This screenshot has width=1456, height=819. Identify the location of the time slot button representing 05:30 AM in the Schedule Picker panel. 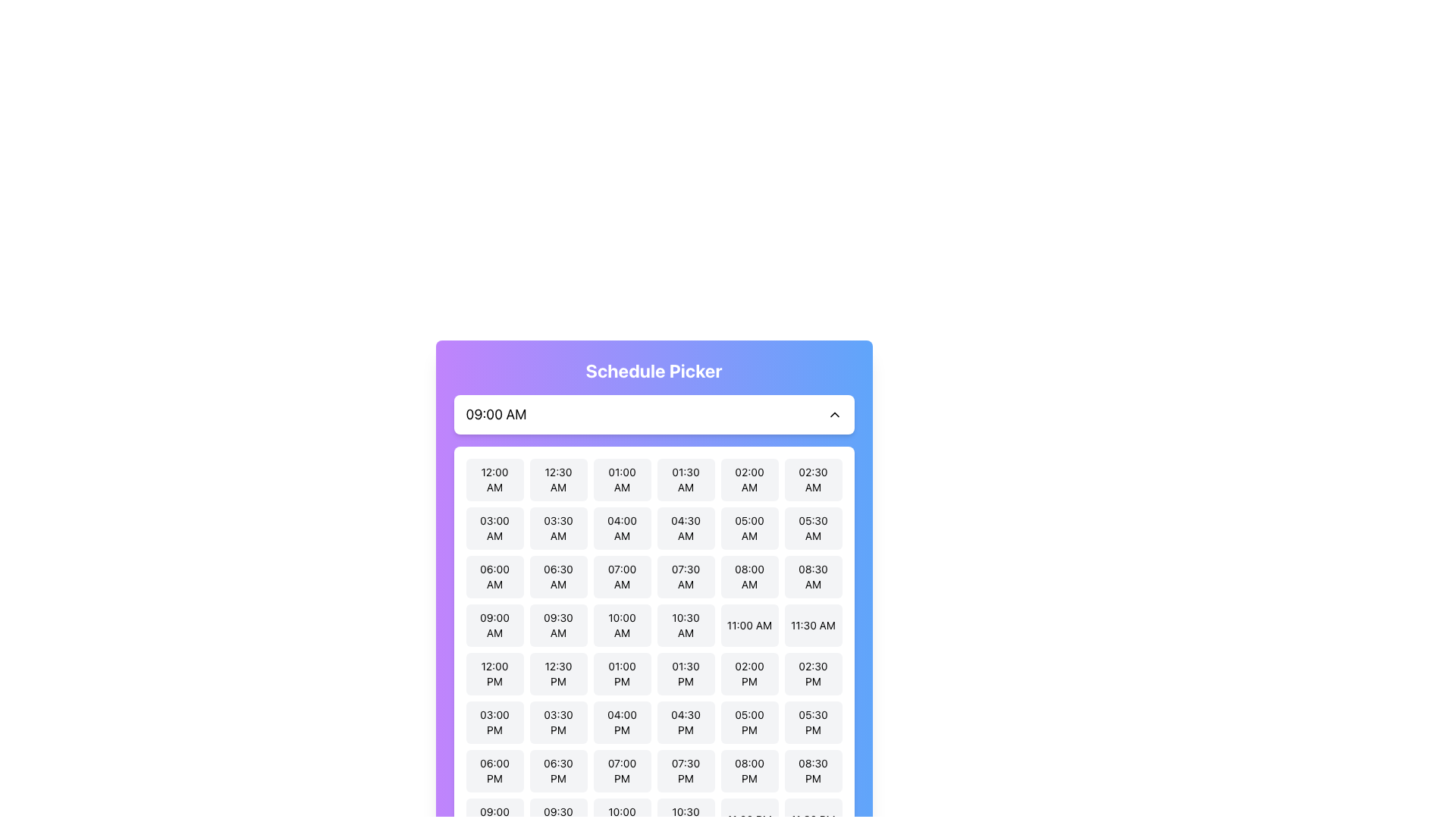
(812, 528).